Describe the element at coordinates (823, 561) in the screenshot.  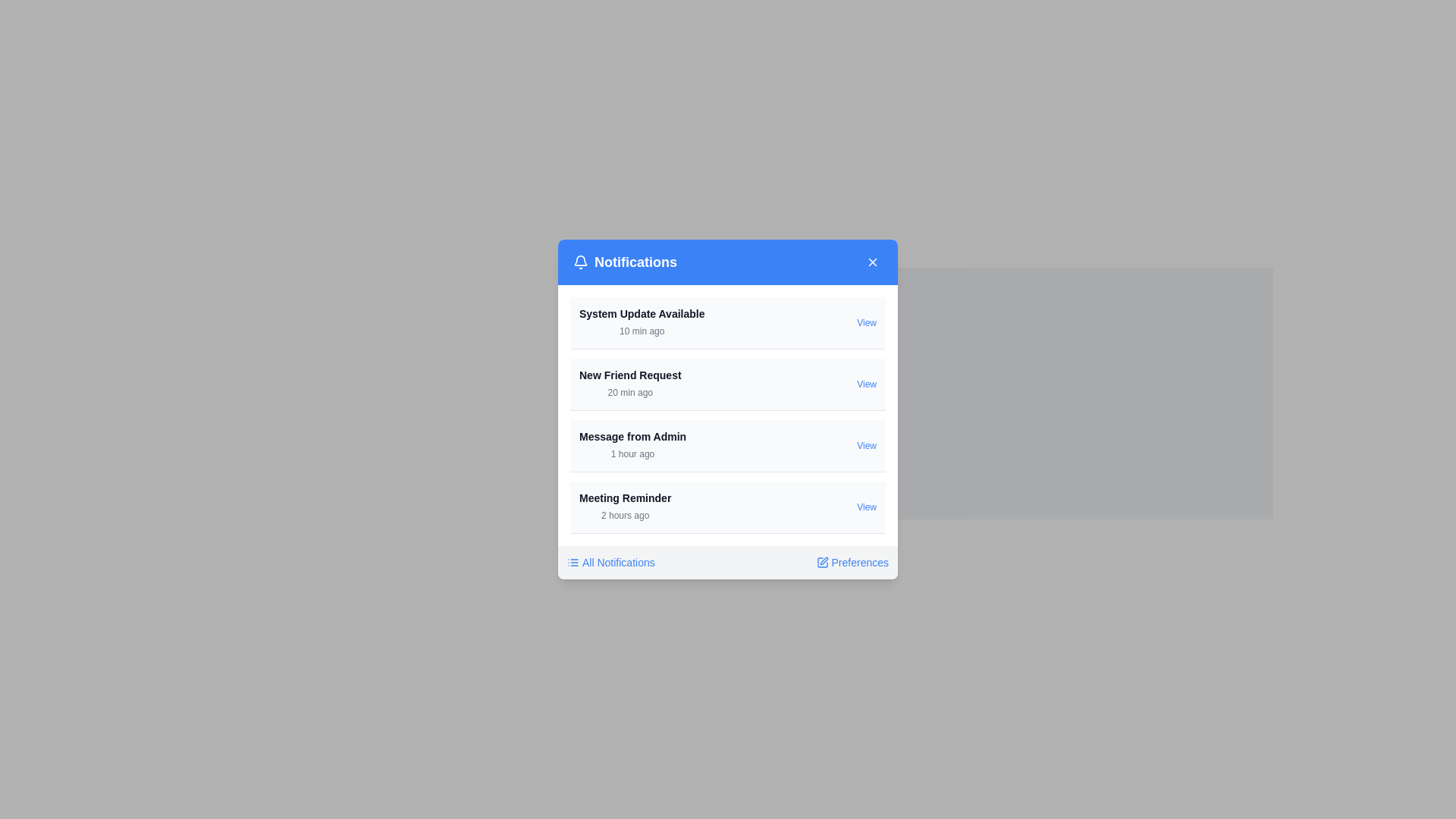
I see `the graphical icon in the 'Preferences' section of the notification dialogue box, located near the bottom right corner` at that location.